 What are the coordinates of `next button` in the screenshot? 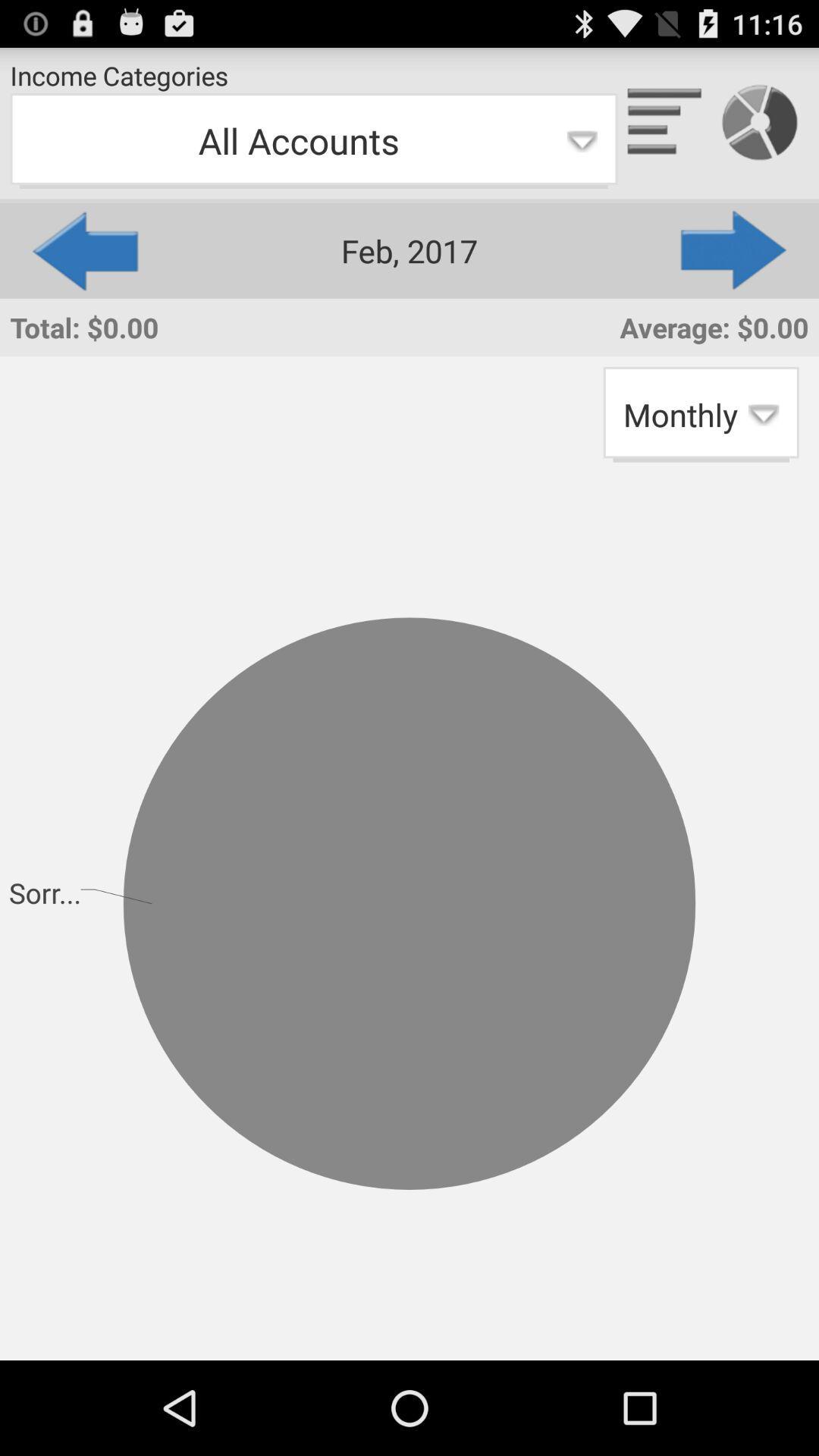 It's located at (734, 250).